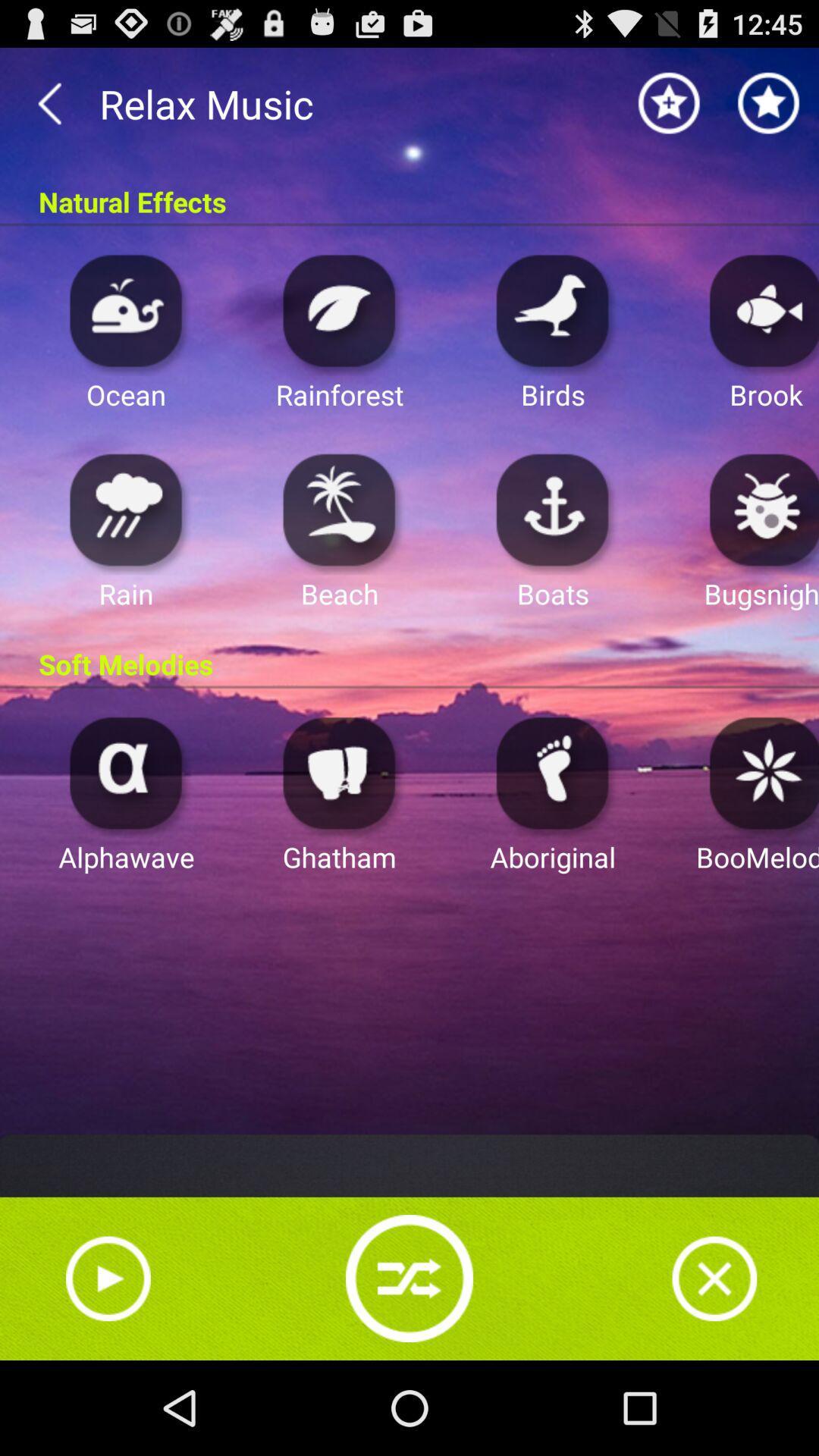 The width and height of the screenshot is (819, 1456). I want to click on alphawave melody, so click(125, 772).